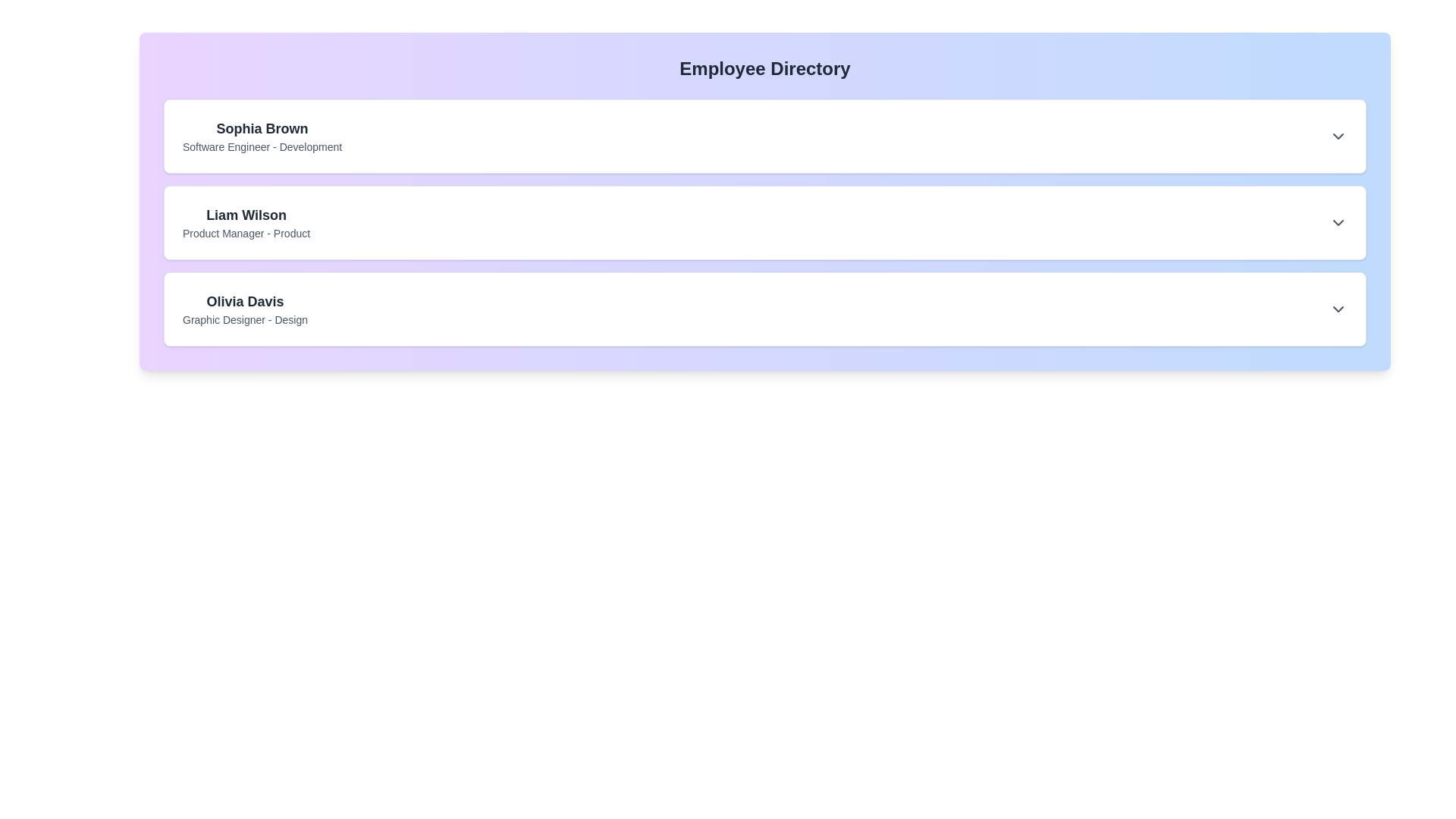 This screenshot has height=819, width=1456. What do you see at coordinates (262, 146) in the screenshot?
I see `the text label that reads 'Software Engineer - Development', which is styled as smaller, lighter text in gray color and positioned below the primary label 'Sophia Brown'` at bounding box center [262, 146].